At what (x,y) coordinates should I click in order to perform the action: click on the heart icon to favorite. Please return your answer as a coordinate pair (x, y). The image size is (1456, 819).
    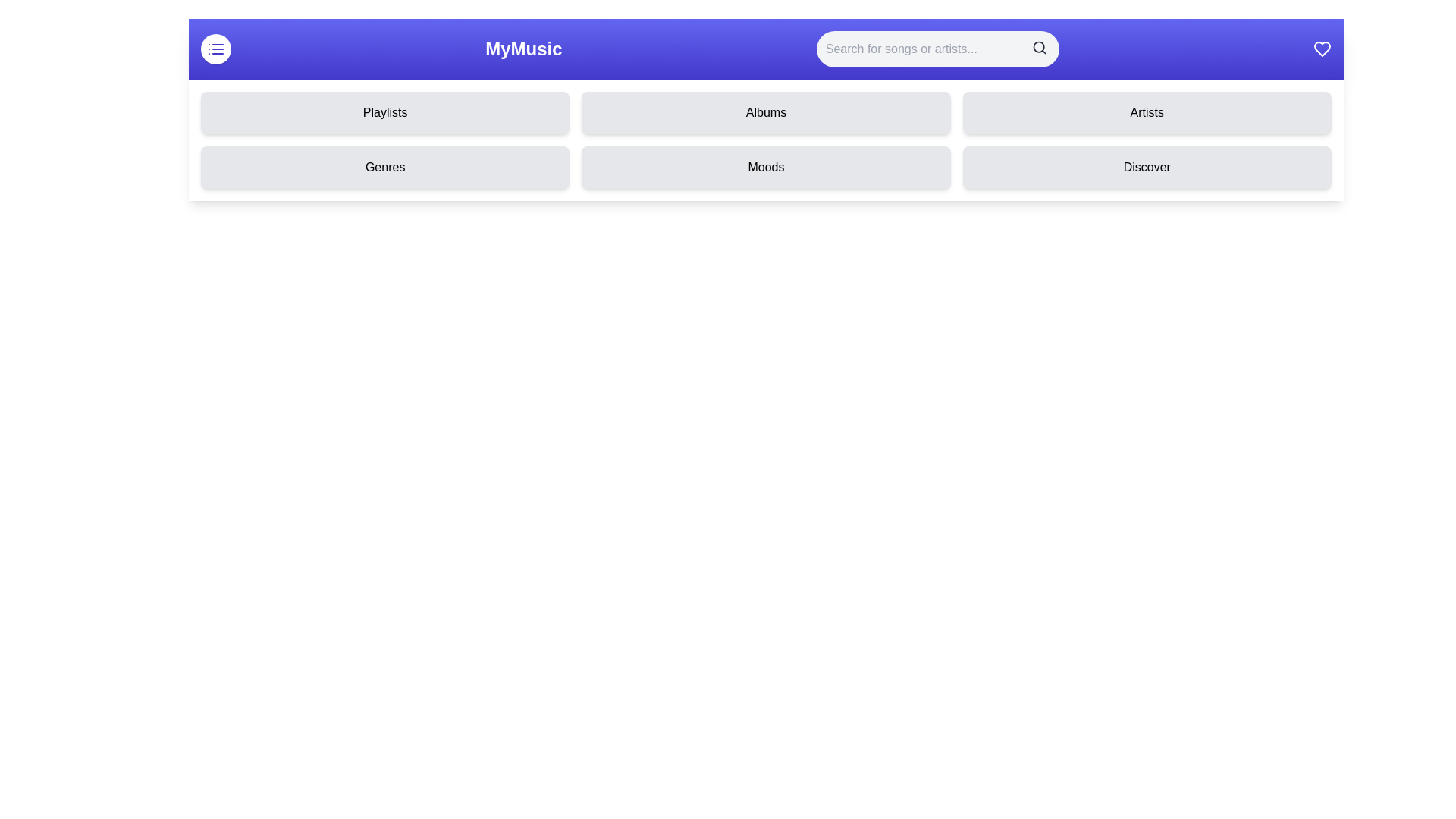
    Looking at the image, I should click on (1321, 49).